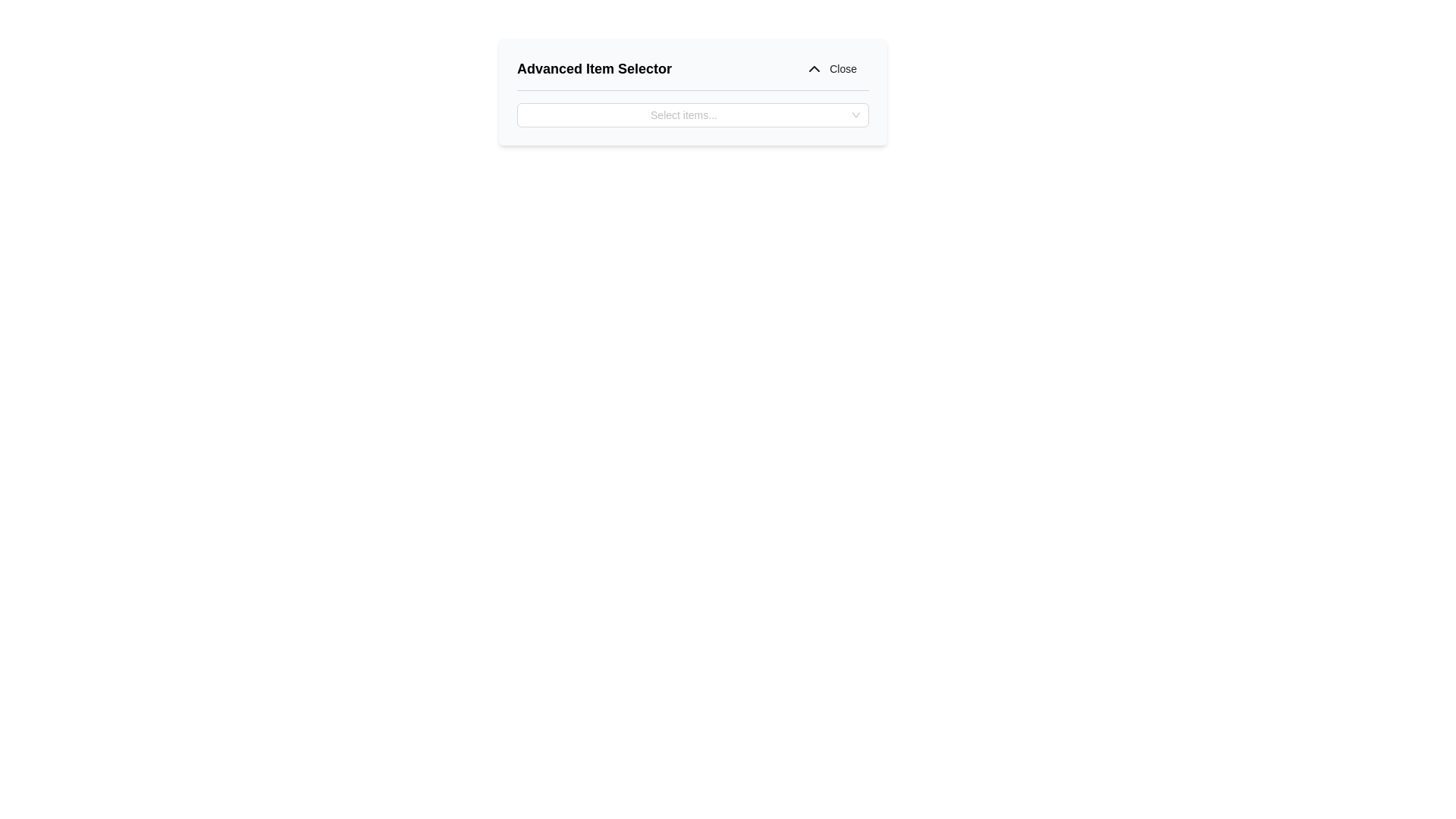 The image size is (1456, 819). I want to click on the 'Close' button with black text on a white background, featuring a chevron-up icon, located at the top-right corner of the 'Advanced Item Selector' header, so click(830, 69).